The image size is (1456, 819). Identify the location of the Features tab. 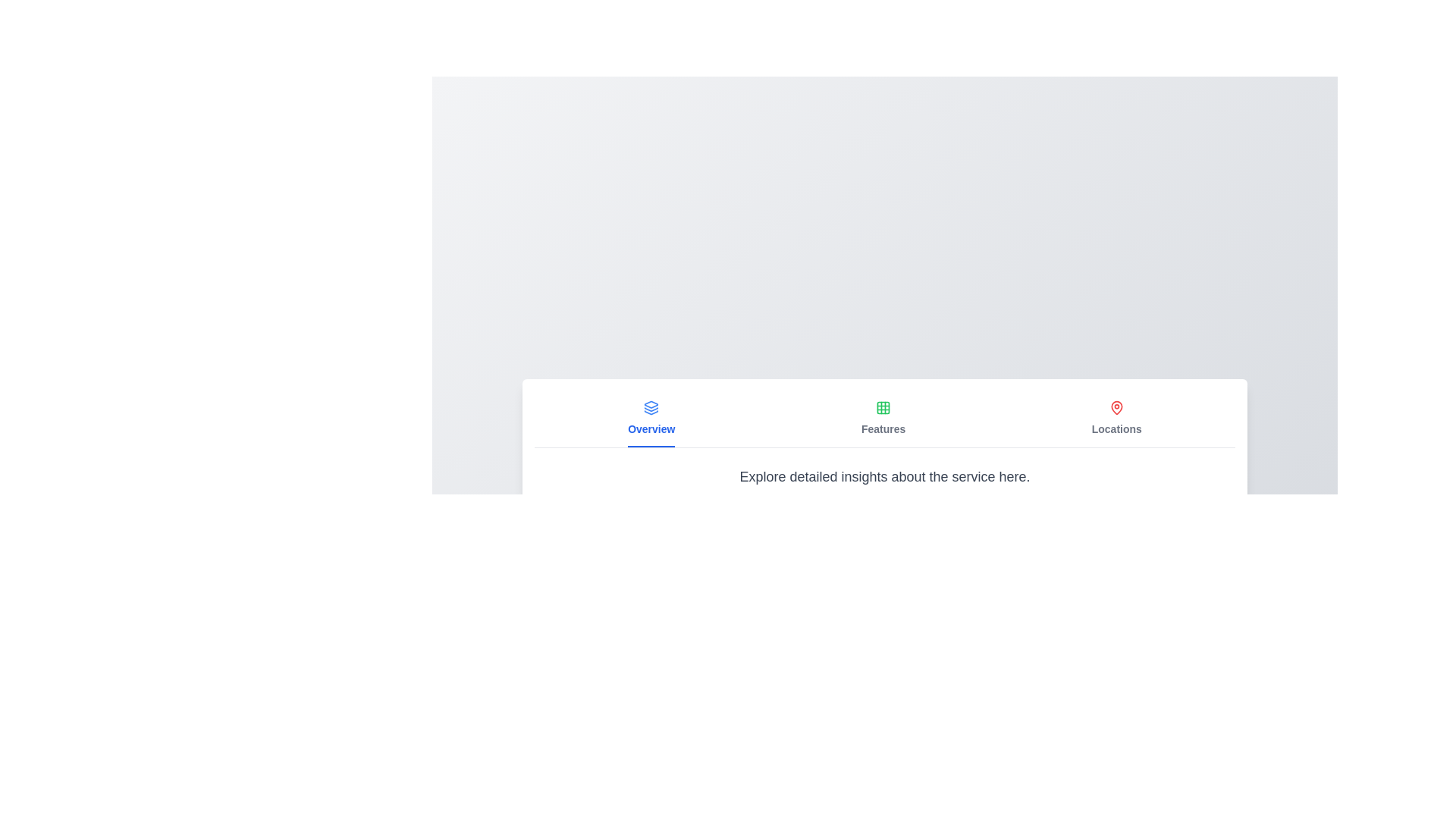
(883, 419).